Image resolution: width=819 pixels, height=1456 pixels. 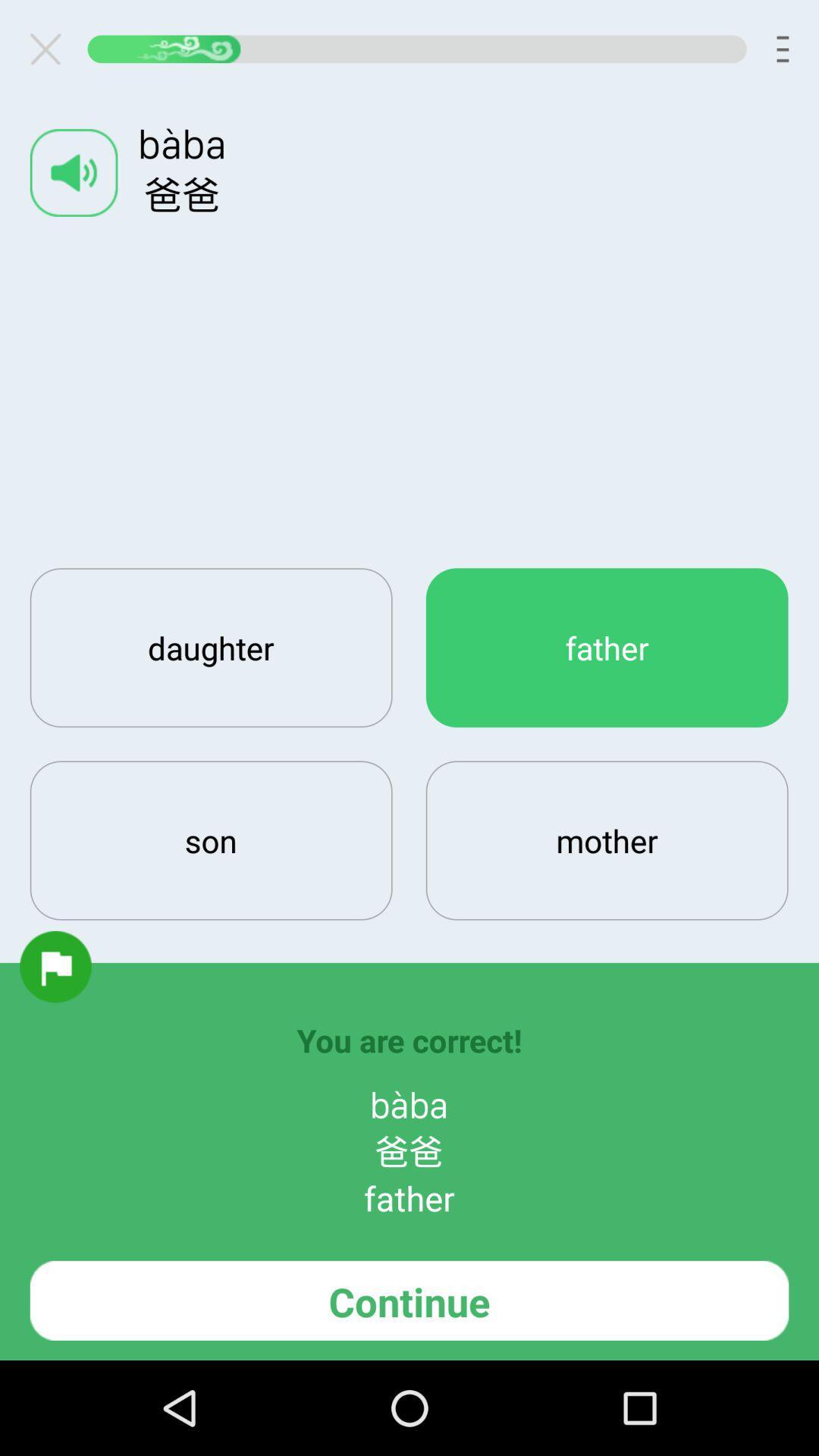 I want to click on the settings option, so click(x=51, y=49).